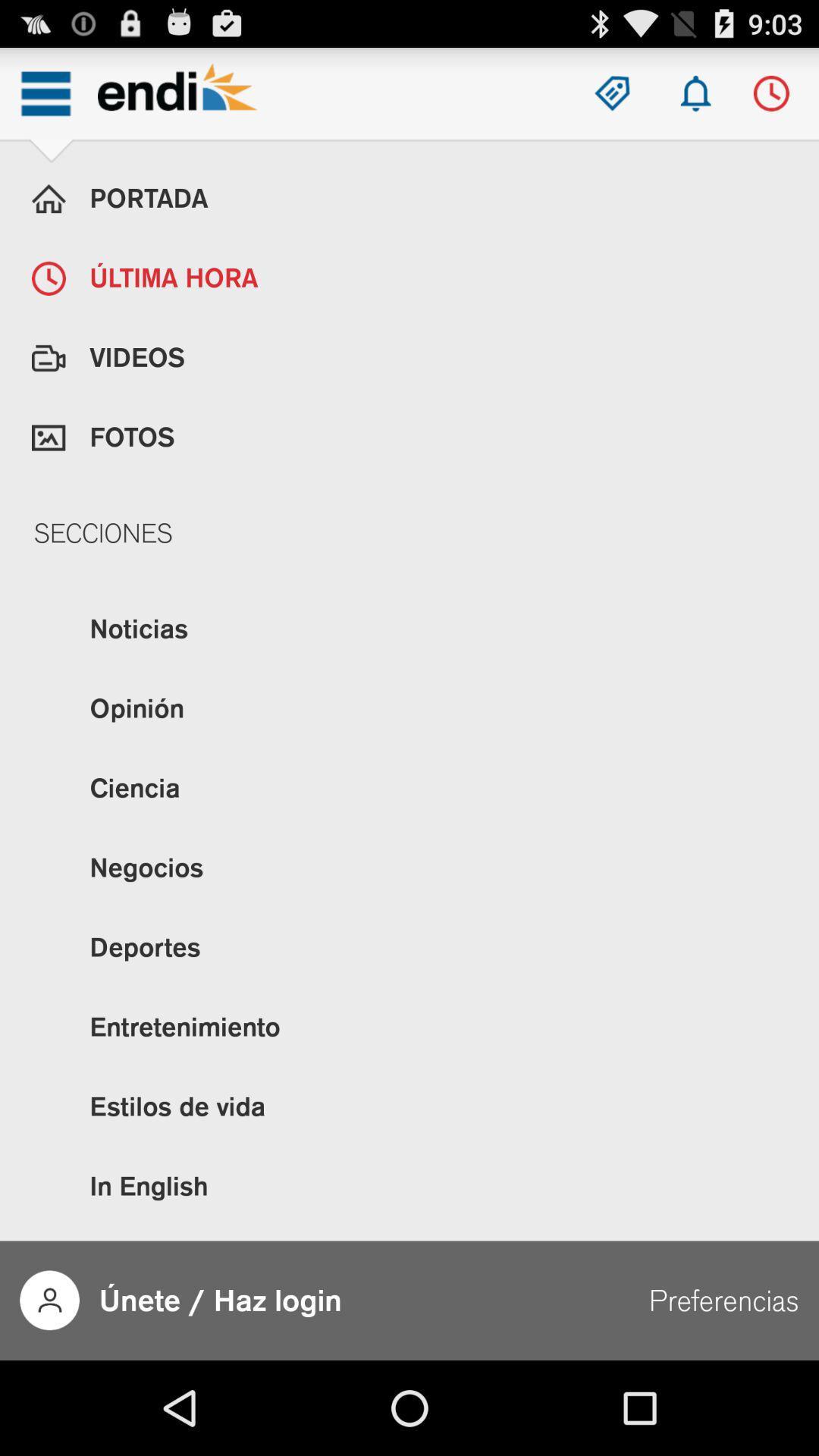  I want to click on the time icon, so click(771, 99).